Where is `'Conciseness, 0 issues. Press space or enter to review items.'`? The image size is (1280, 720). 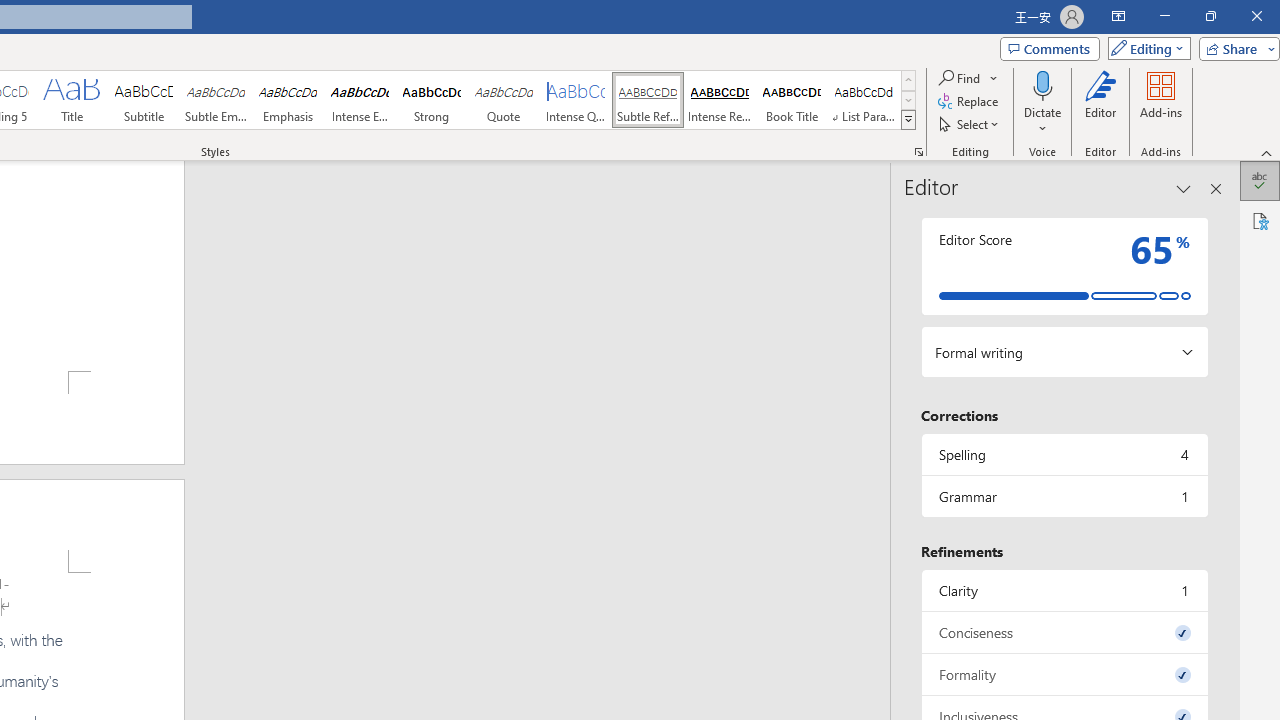 'Conciseness, 0 issues. Press space or enter to review items.' is located at coordinates (1063, 632).